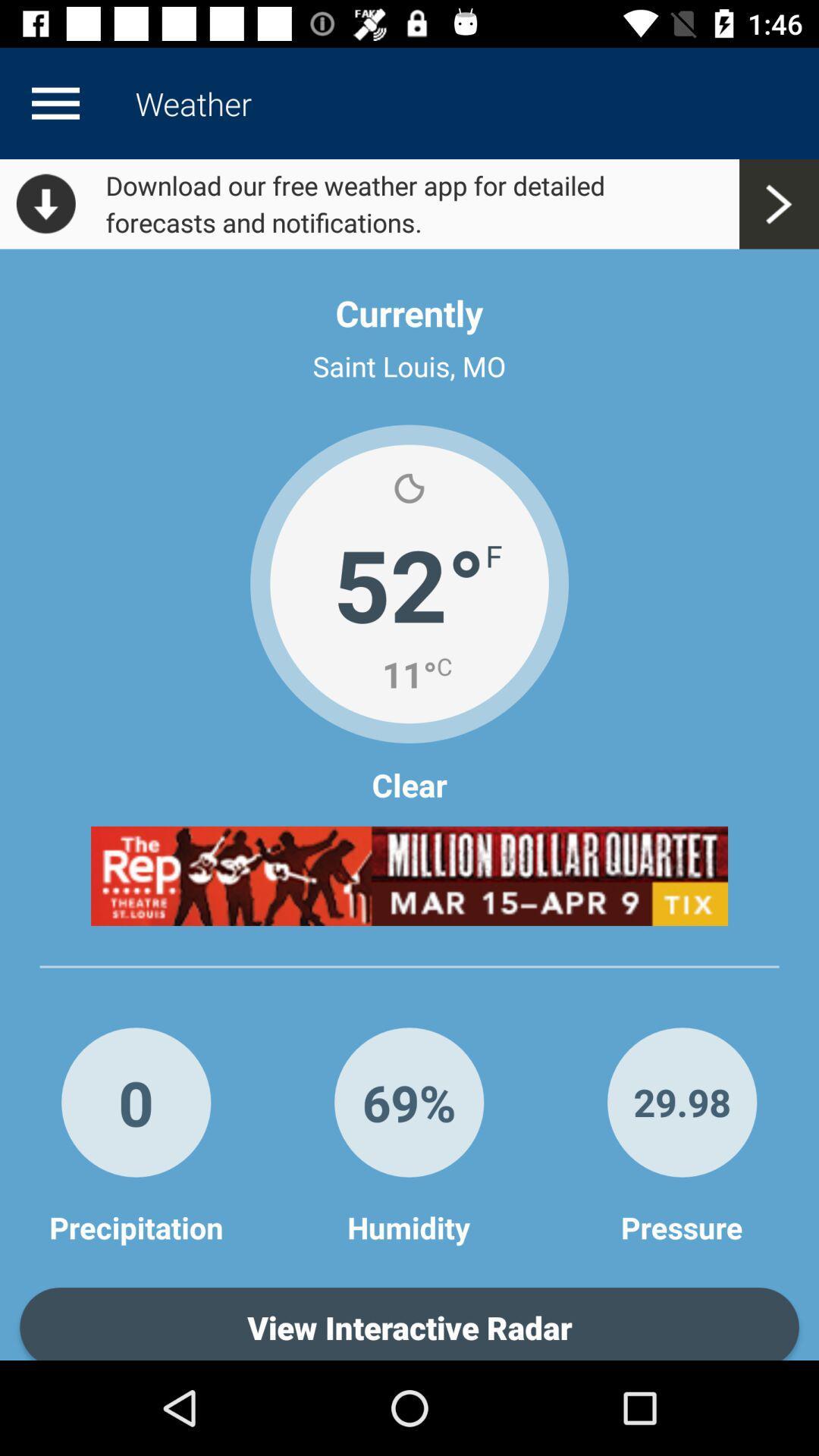 The image size is (819, 1456). Describe the element at coordinates (55, 102) in the screenshot. I see `open menu` at that location.